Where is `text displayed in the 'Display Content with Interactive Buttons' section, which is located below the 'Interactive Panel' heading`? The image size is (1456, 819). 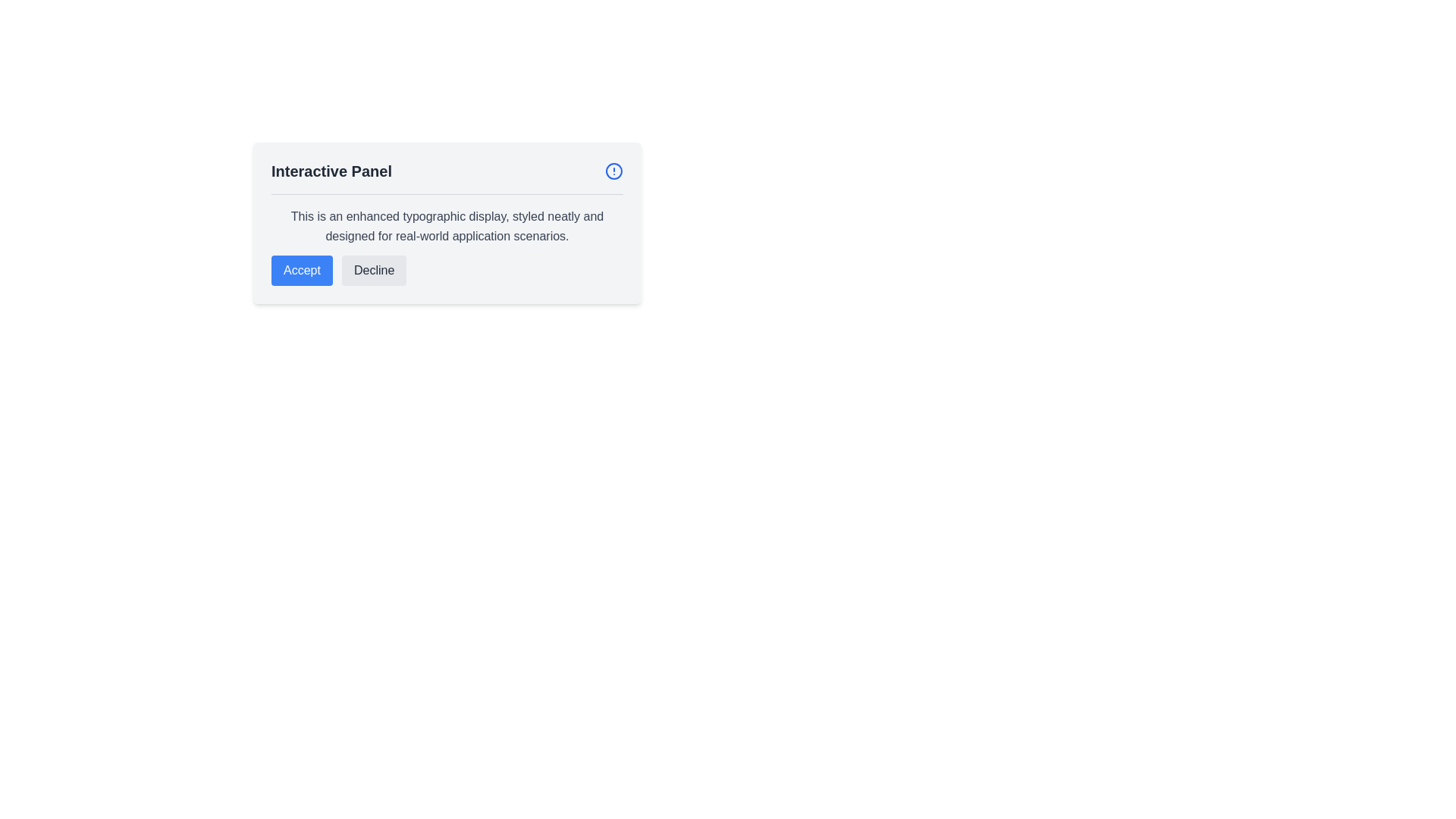
text displayed in the 'Display Content with Interactive Buttons' section, which is located below the 'Interactive Panel' heading is located at coordinates (447, 239).